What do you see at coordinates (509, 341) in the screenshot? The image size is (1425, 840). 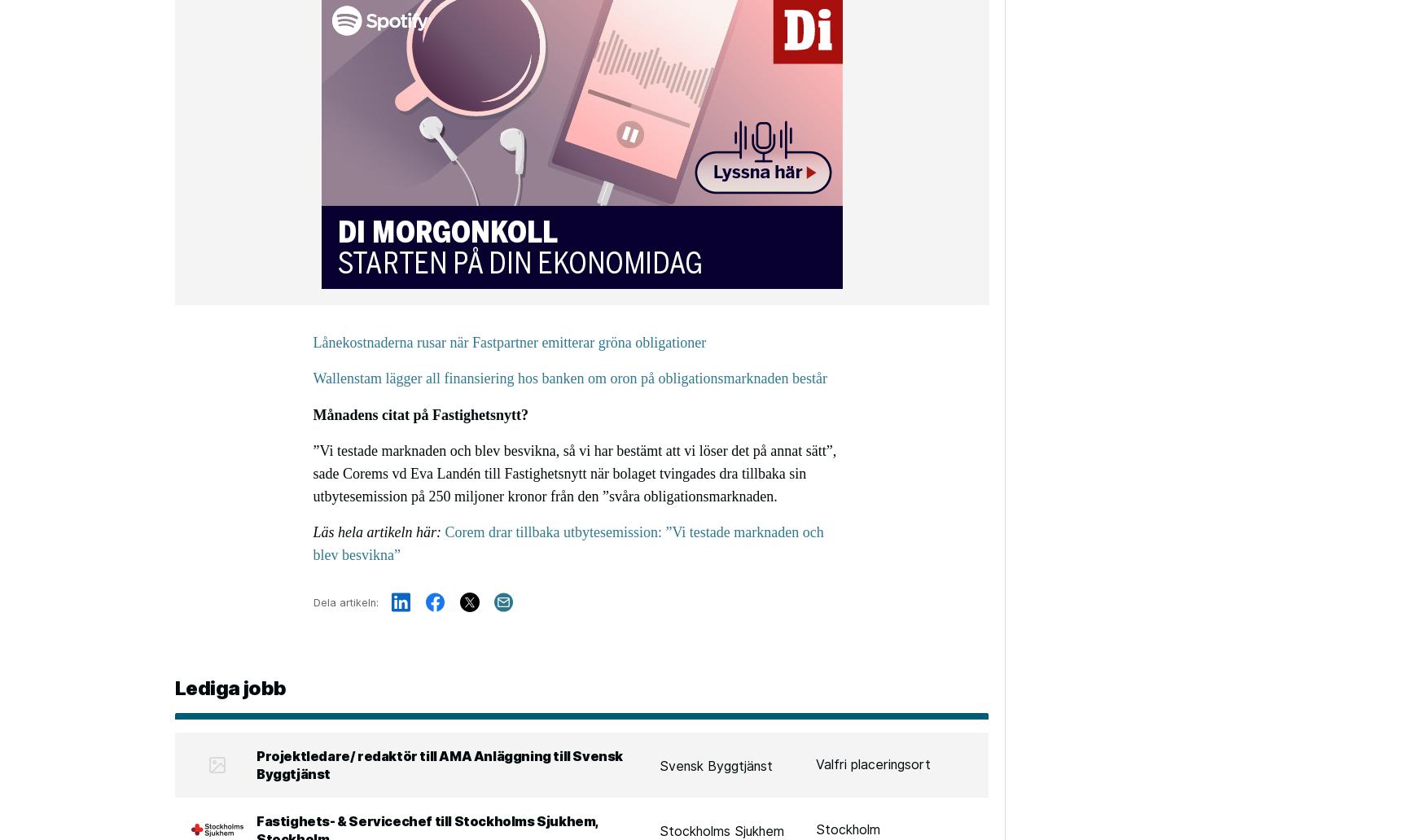 I see `'Lånekostnaderna rusar när Fastpartner emitterar gröna obligationer'` at bounding box center [509, 341].